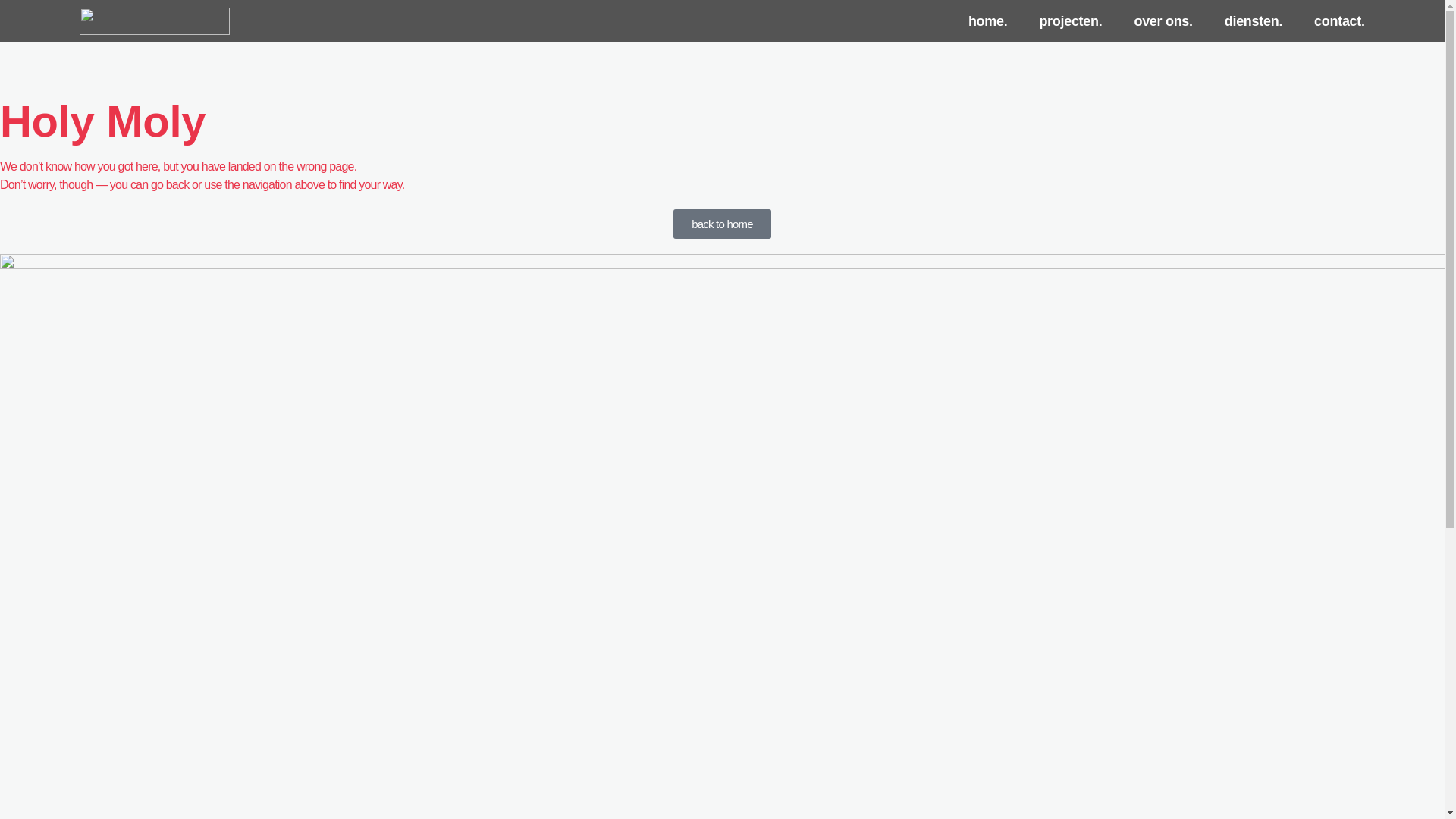  What do you see at coordinates (1253, 20) in the screenshot?
I see `'diensten.'` at bounding box center [1253, 20].